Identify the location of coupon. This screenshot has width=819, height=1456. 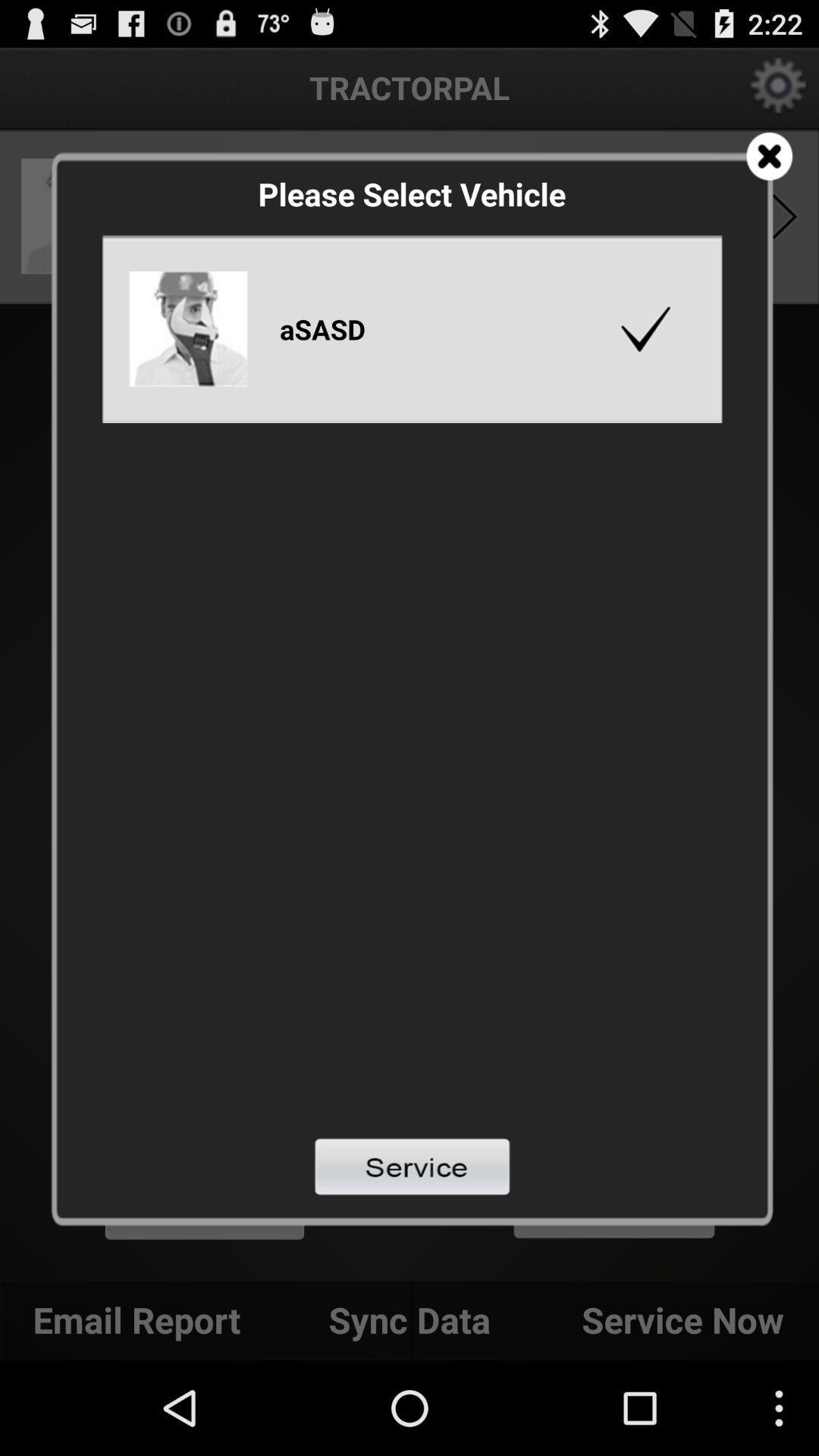
(769, 156).